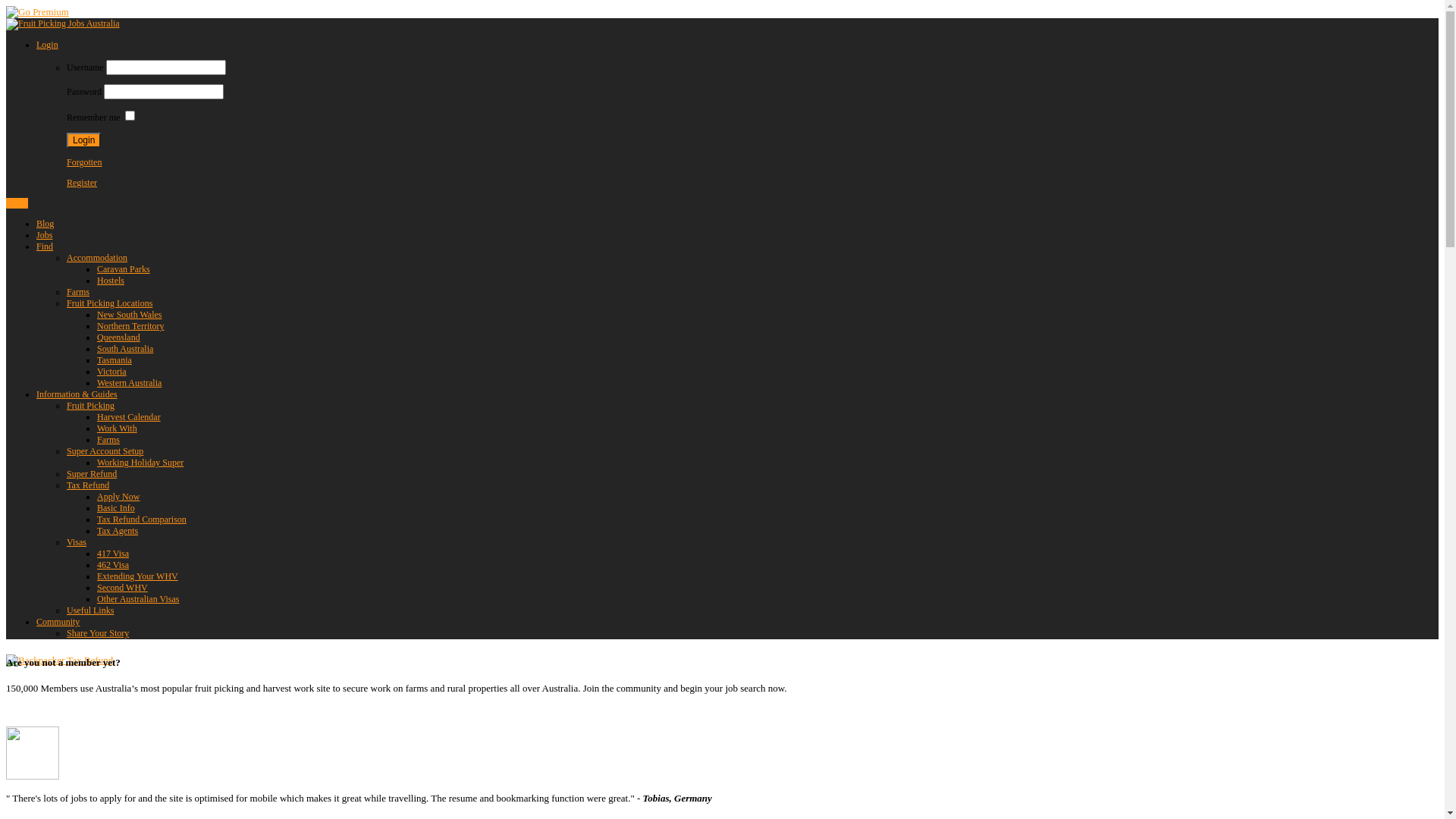  Describe the element at coordinates (97, 632) in the screenshot. I see `'Share Your Story'` at that location.